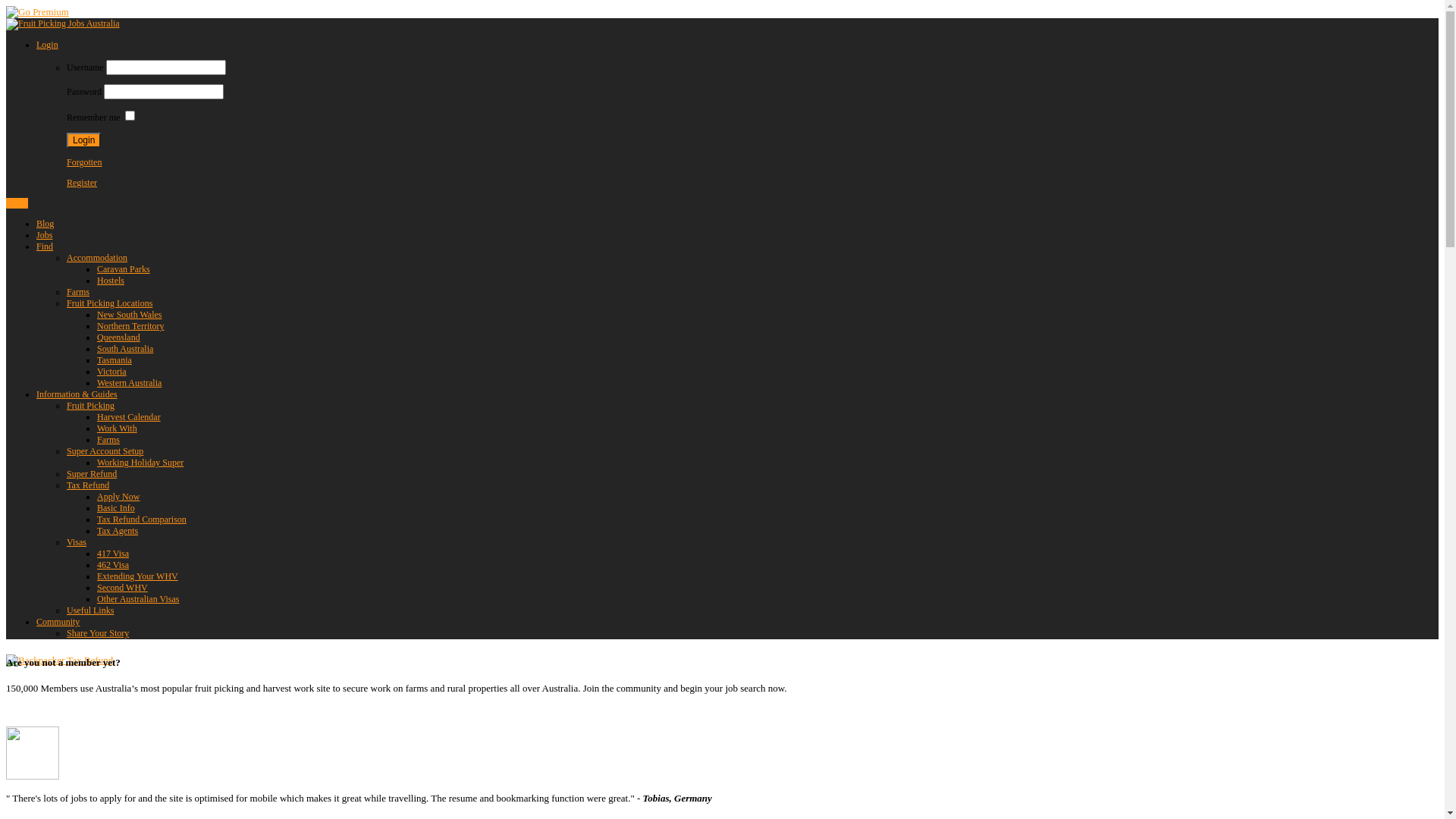  Describe the element at coordinates (97, 632) in the screenshot. I see `'Share Your Story'` at that location.